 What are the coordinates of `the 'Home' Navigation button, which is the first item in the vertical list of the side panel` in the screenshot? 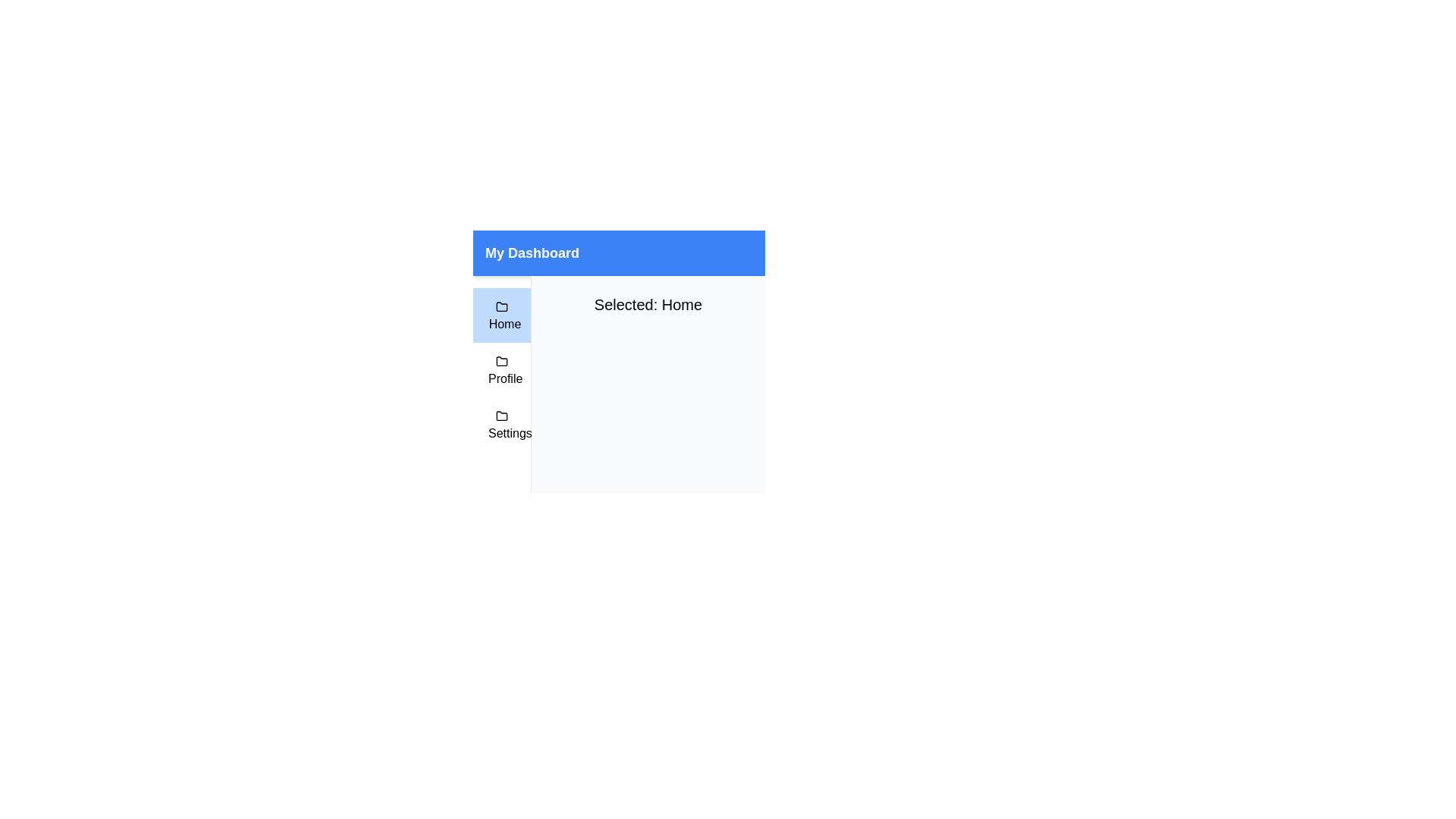 It's located at (502, 315).